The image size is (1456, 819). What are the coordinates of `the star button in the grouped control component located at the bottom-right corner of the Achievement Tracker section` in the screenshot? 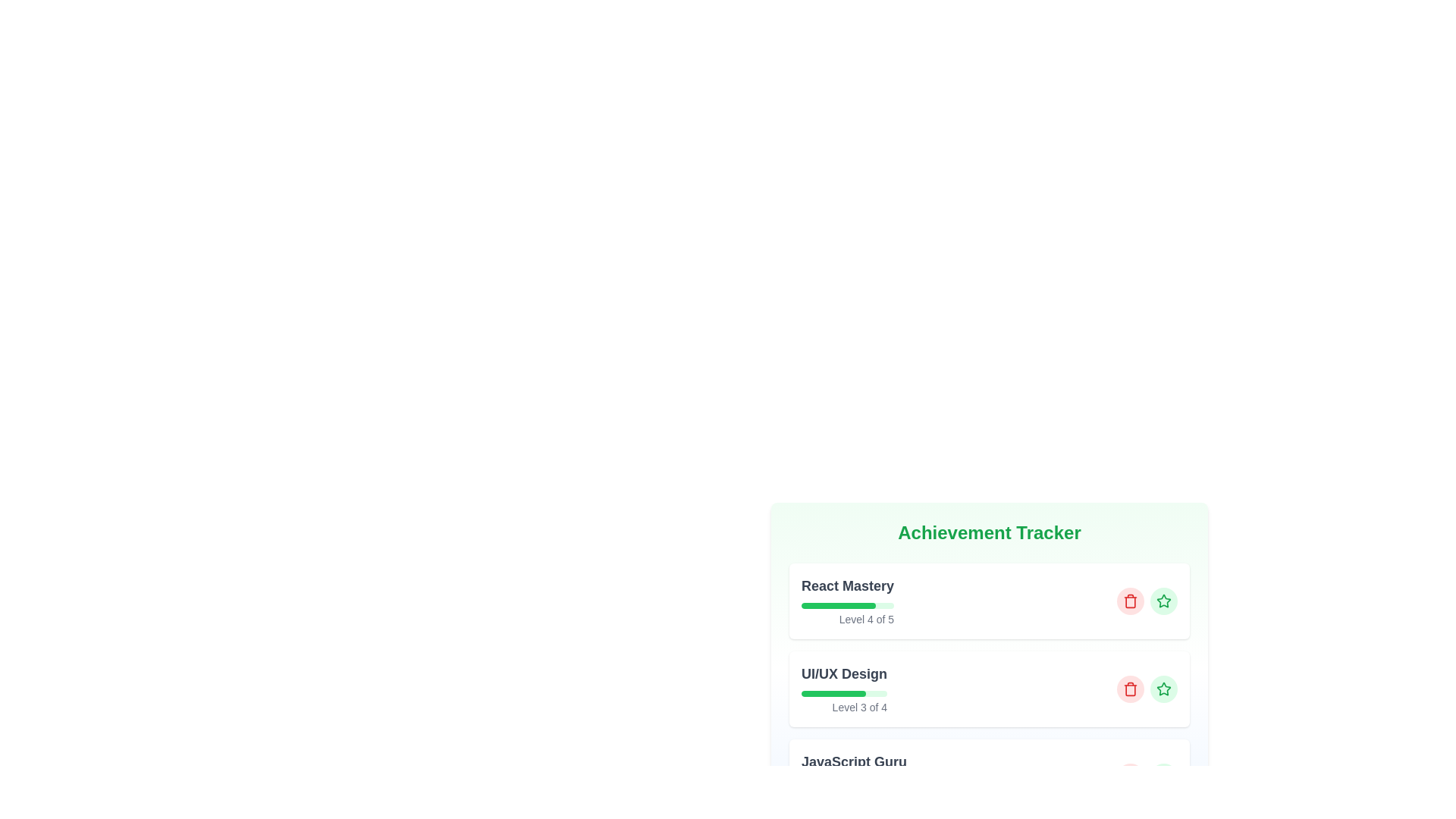 It's located at (1147, 689).